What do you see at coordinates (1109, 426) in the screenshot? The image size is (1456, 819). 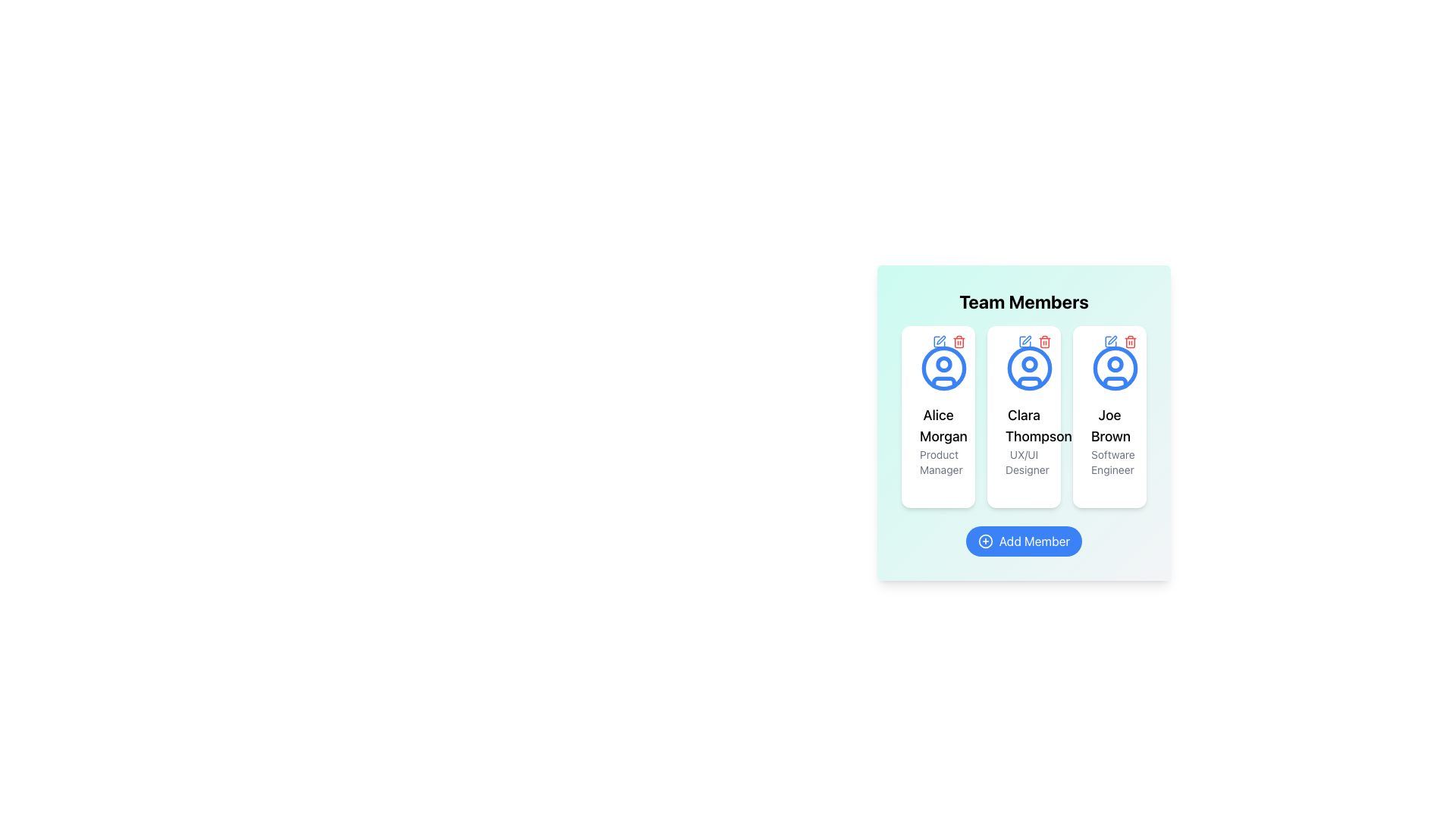 I see `name 'Joe Brown' displayed prominently in bold text as the second line within the profile card of the team member, located under the avatar and following the title 'Software Engineer'` at bounding box center [1109, 426].